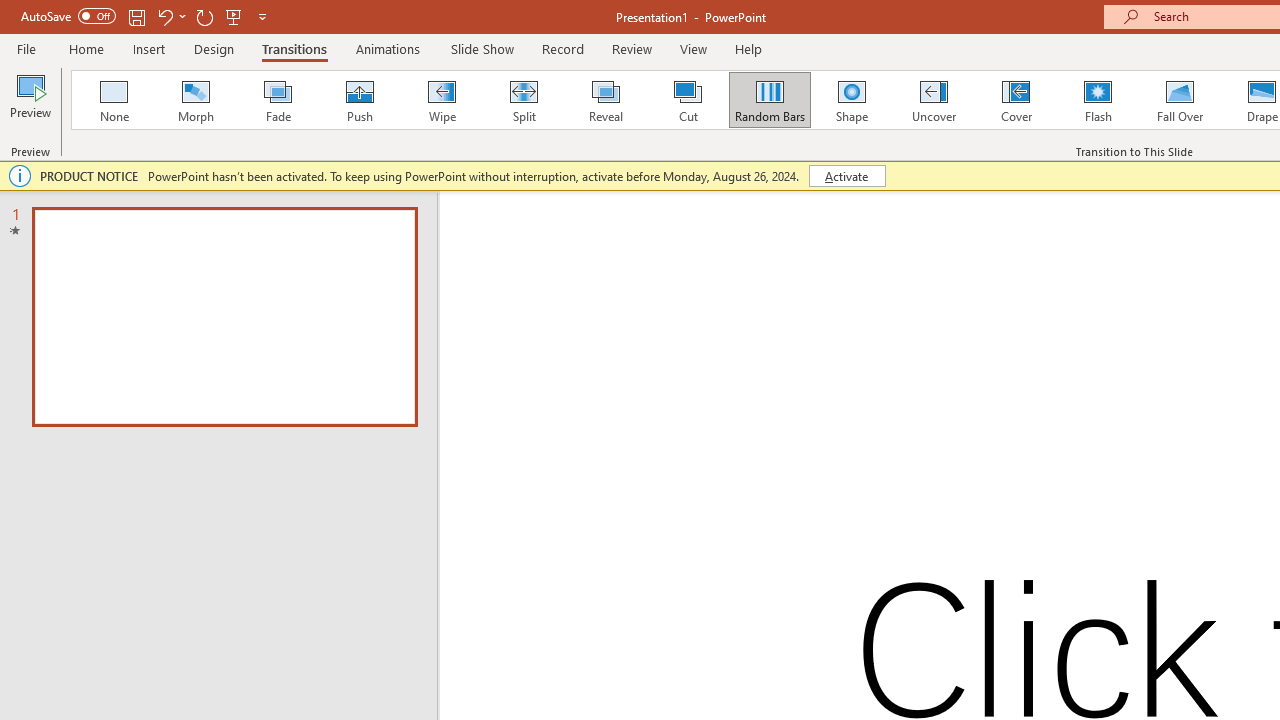 The image size is (1280, 720). I want to click on 'Uncover', so click(933, 100).